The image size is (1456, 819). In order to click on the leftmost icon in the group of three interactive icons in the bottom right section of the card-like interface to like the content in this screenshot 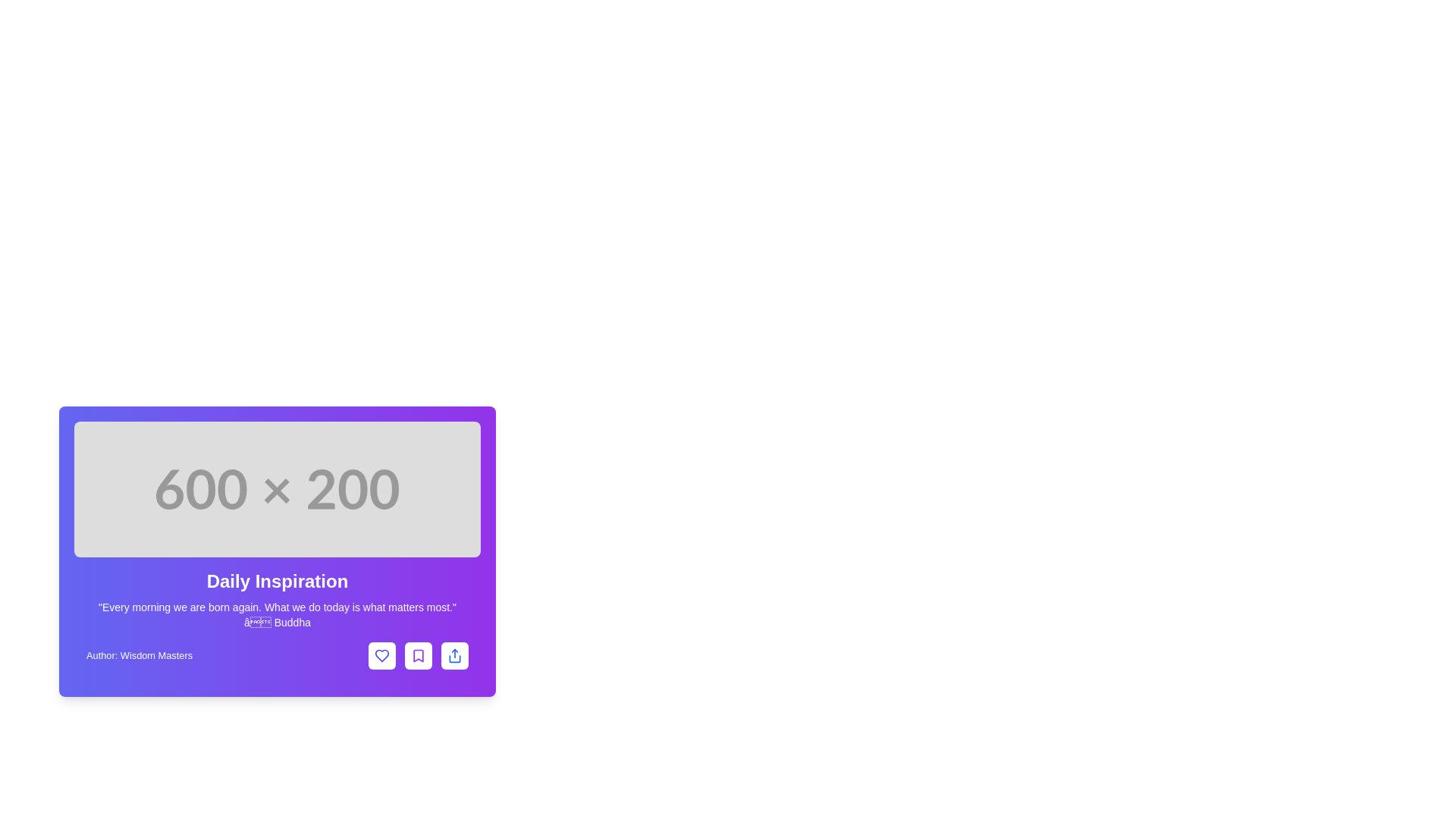, I will do `click(382, 654)`.